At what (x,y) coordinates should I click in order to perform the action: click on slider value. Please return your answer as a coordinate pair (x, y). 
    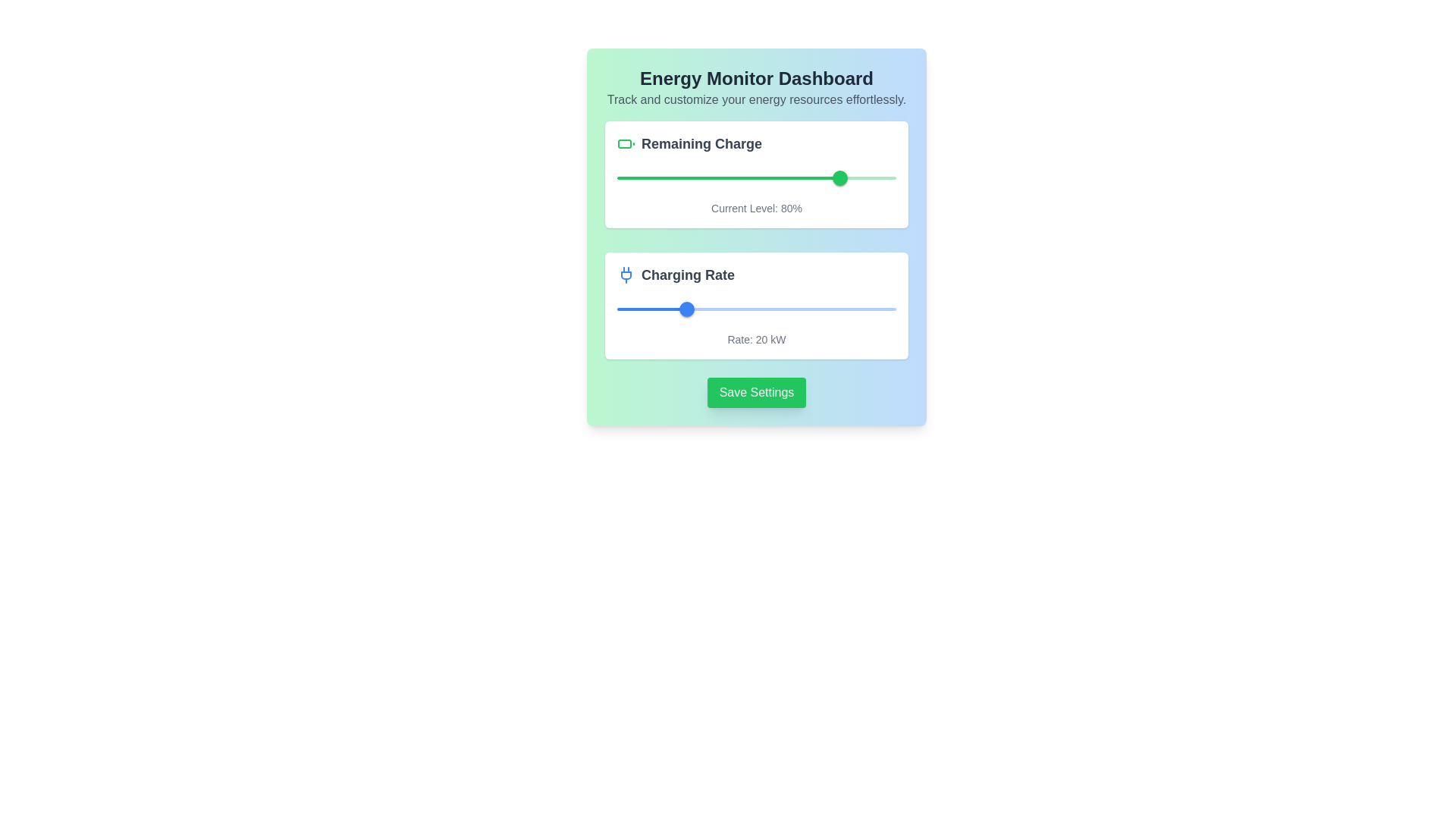
    Looking at the image, I should click on (817, 177).